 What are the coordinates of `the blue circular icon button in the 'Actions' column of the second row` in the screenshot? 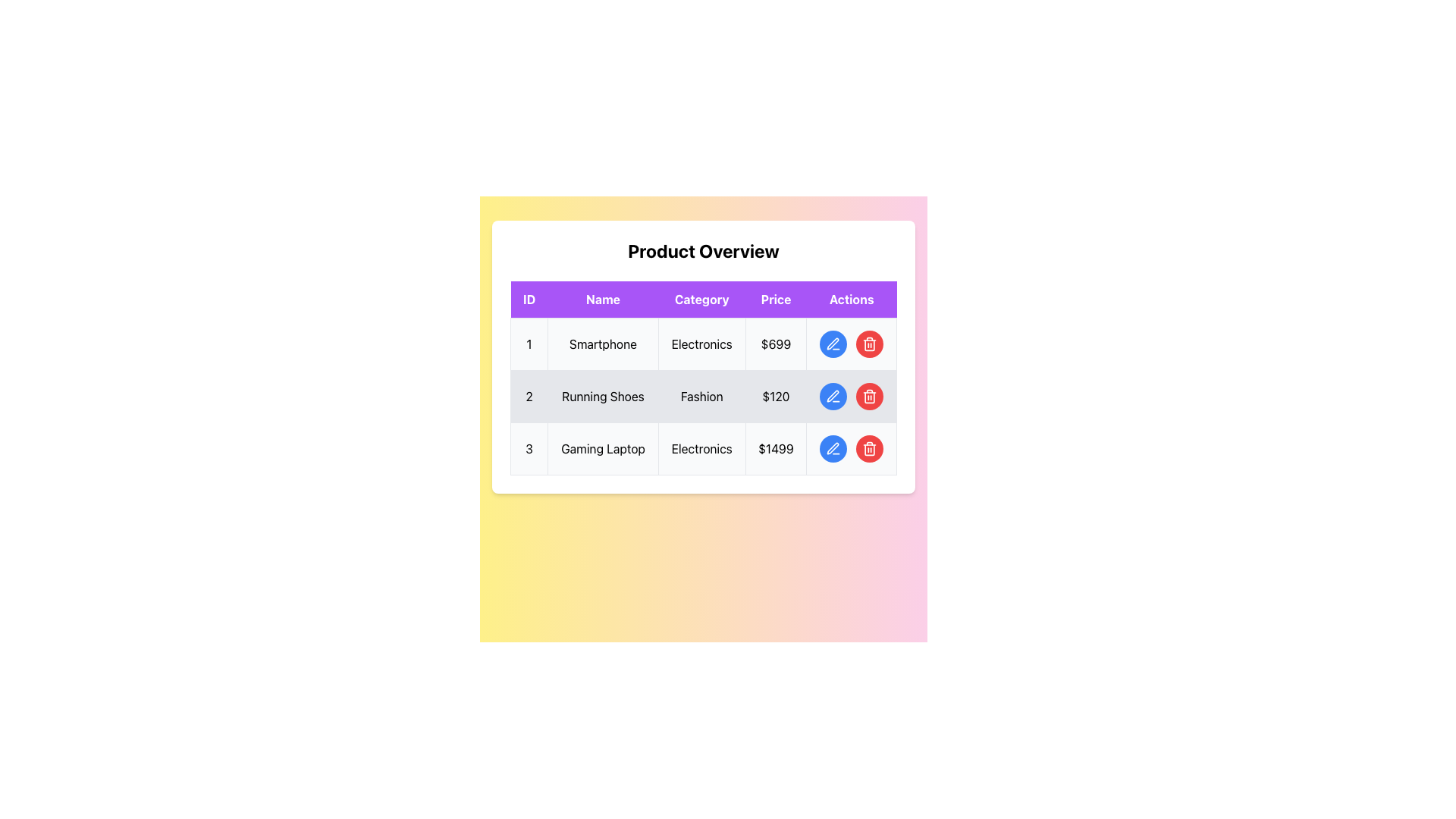 It's located at (833, 344).